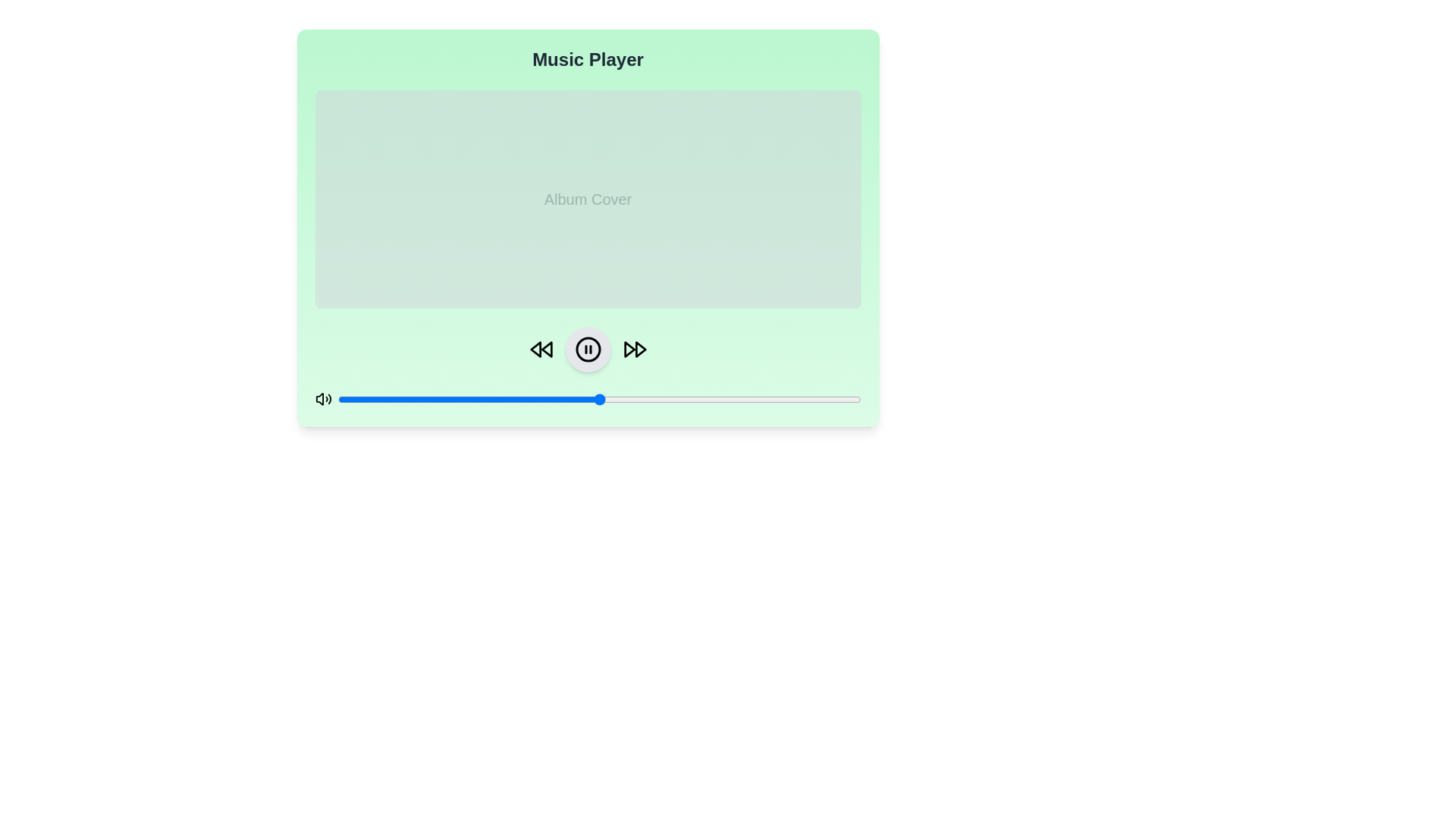  What do you see at coordinates (587, 350) in the screenshot?
I see `the outermost circular shape of the play/pause button in the music player interface` at bounding box center [587, 350].